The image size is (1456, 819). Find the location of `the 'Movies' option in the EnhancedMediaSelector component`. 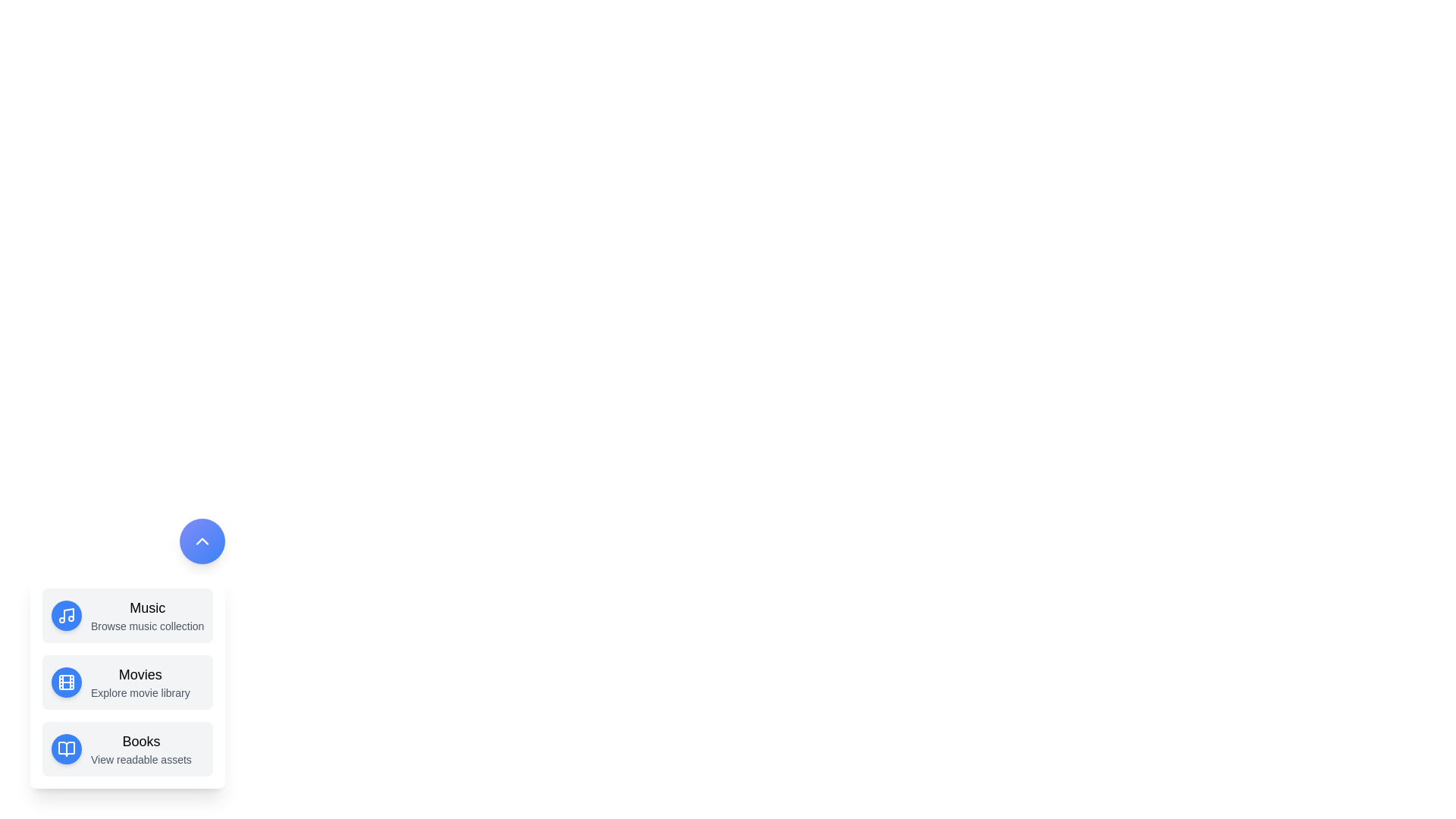

the 'Movies' option in the EnhancedMediaSelector component is located at coordinates (127, 681).